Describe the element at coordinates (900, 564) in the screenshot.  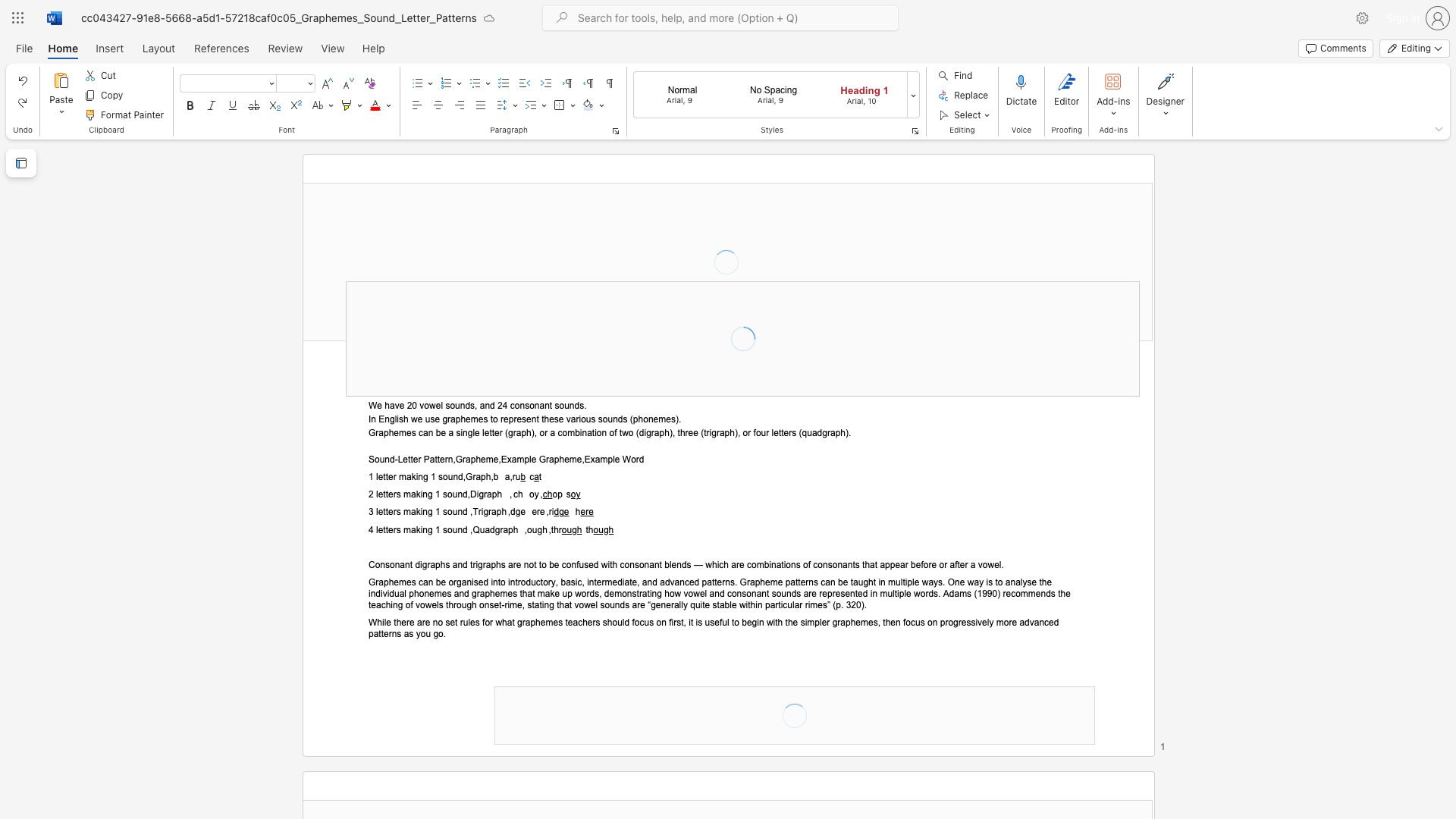
I see `the space between the continuous character "e" and "a" in the text` at that location.